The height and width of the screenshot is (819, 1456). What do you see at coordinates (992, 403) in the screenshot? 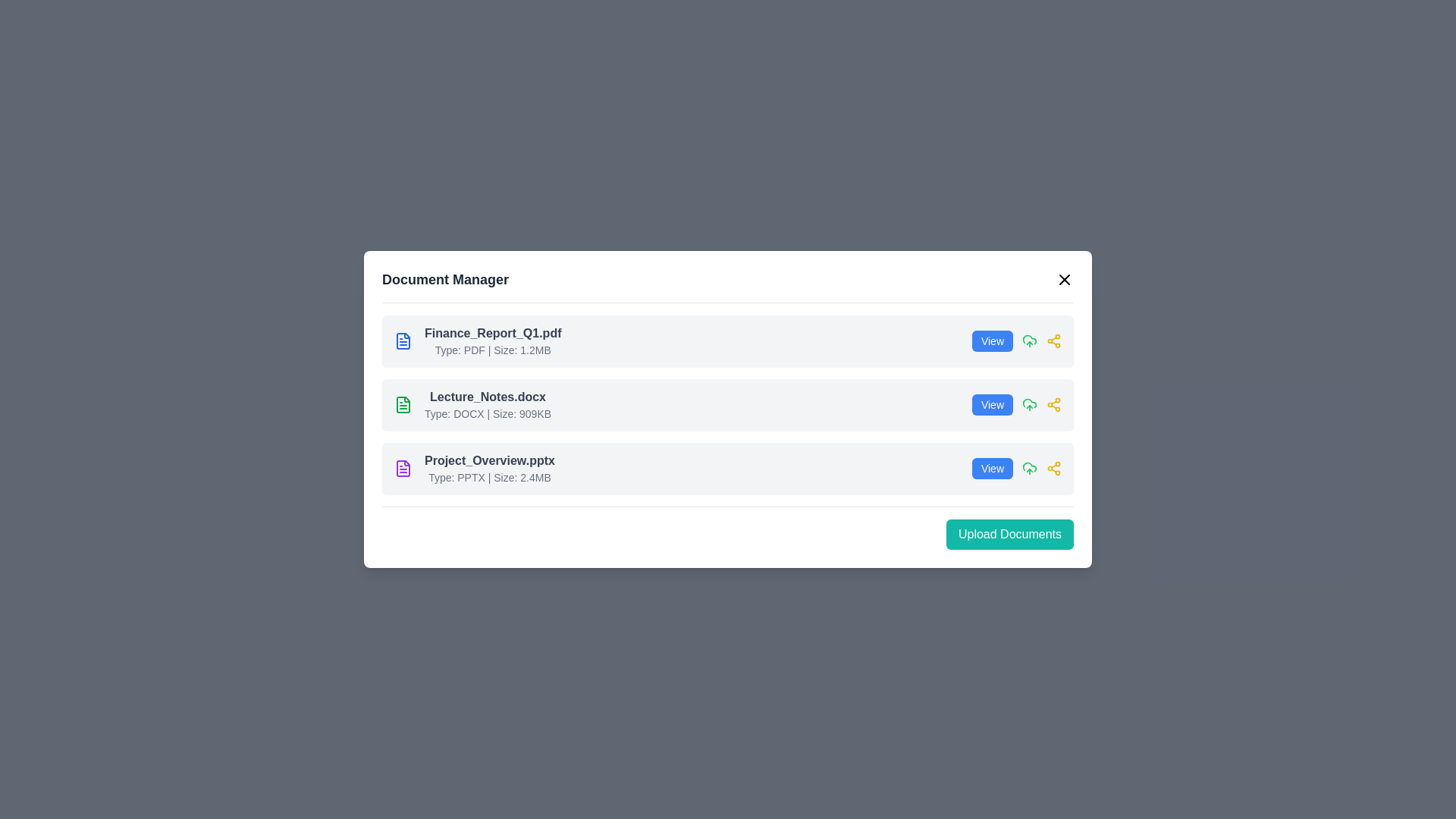
I see `the blue button with rounded edges labeled 'View'` at bounding box center [992, 403].